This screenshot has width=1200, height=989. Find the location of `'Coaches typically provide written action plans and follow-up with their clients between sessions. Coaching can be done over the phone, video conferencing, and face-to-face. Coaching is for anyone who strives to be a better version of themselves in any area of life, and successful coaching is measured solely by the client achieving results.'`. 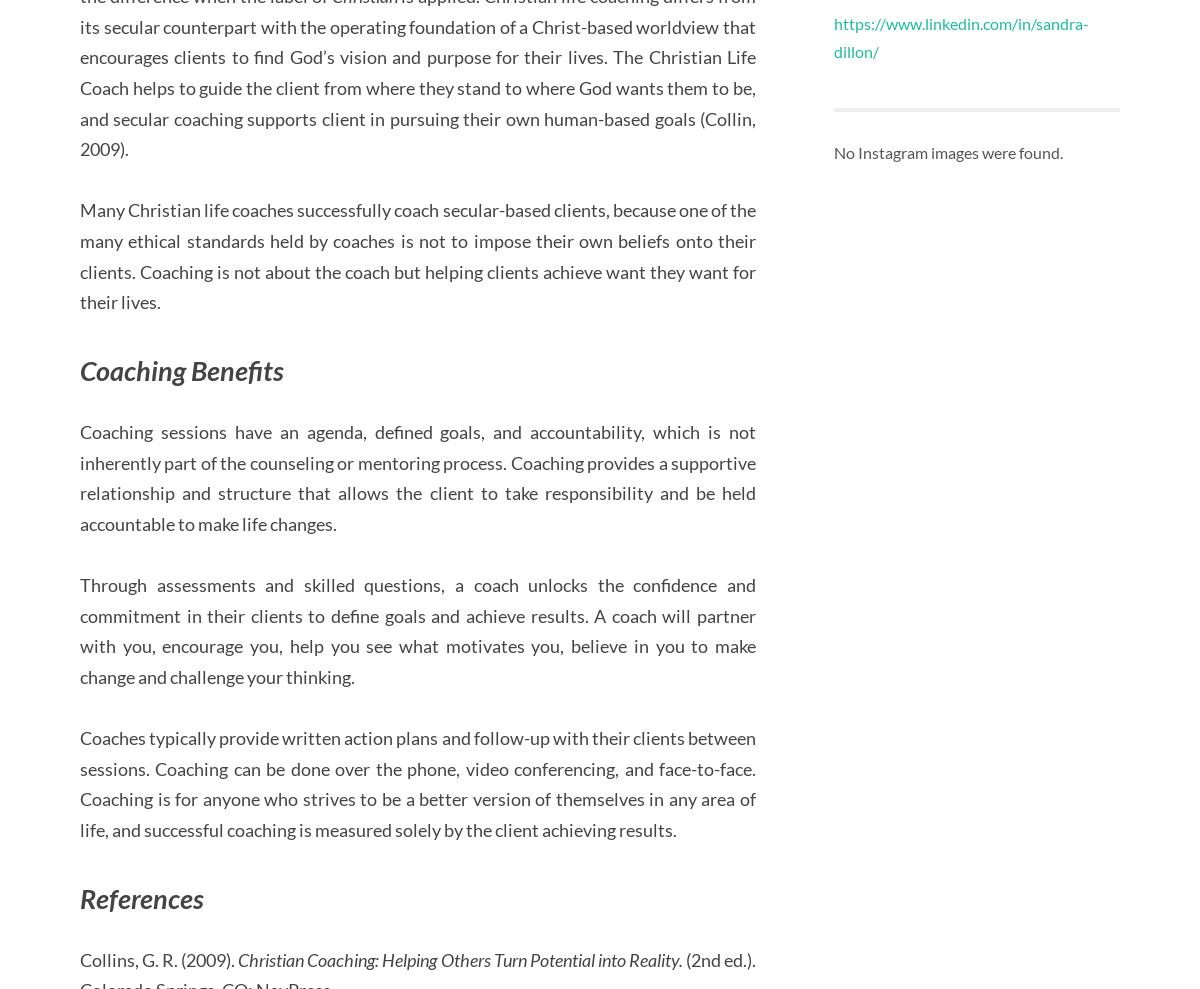

'Coaches typically provide written action plans and follow-up with their clients between sessions. Coaching can be done over the phone, video conferencing, and face-to-face. Coaching is for anyone who strives to be a better version of themselves in any area of life, and successful coaching is measured solely by the client achieving results.' is located at coordinates (417, 782).